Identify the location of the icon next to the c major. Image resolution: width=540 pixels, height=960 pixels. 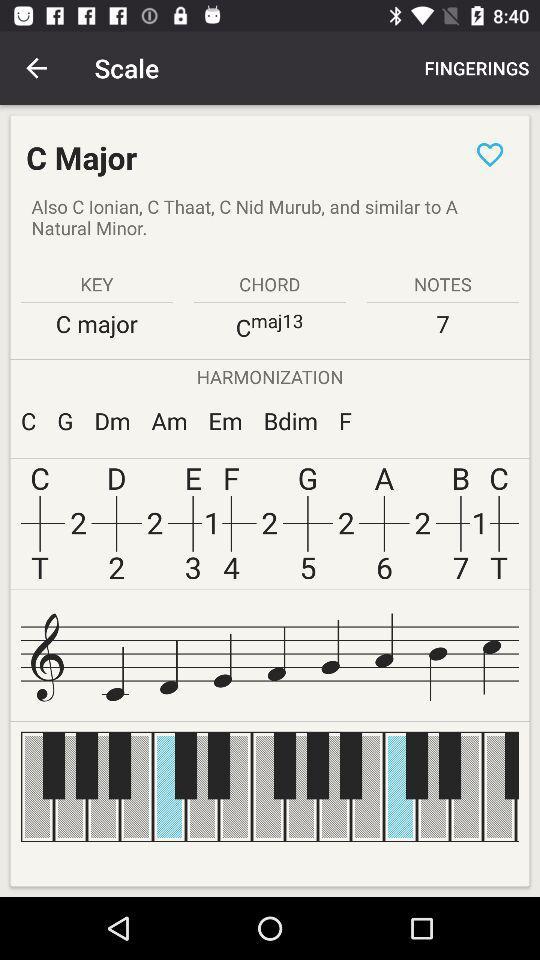
(489, 153).